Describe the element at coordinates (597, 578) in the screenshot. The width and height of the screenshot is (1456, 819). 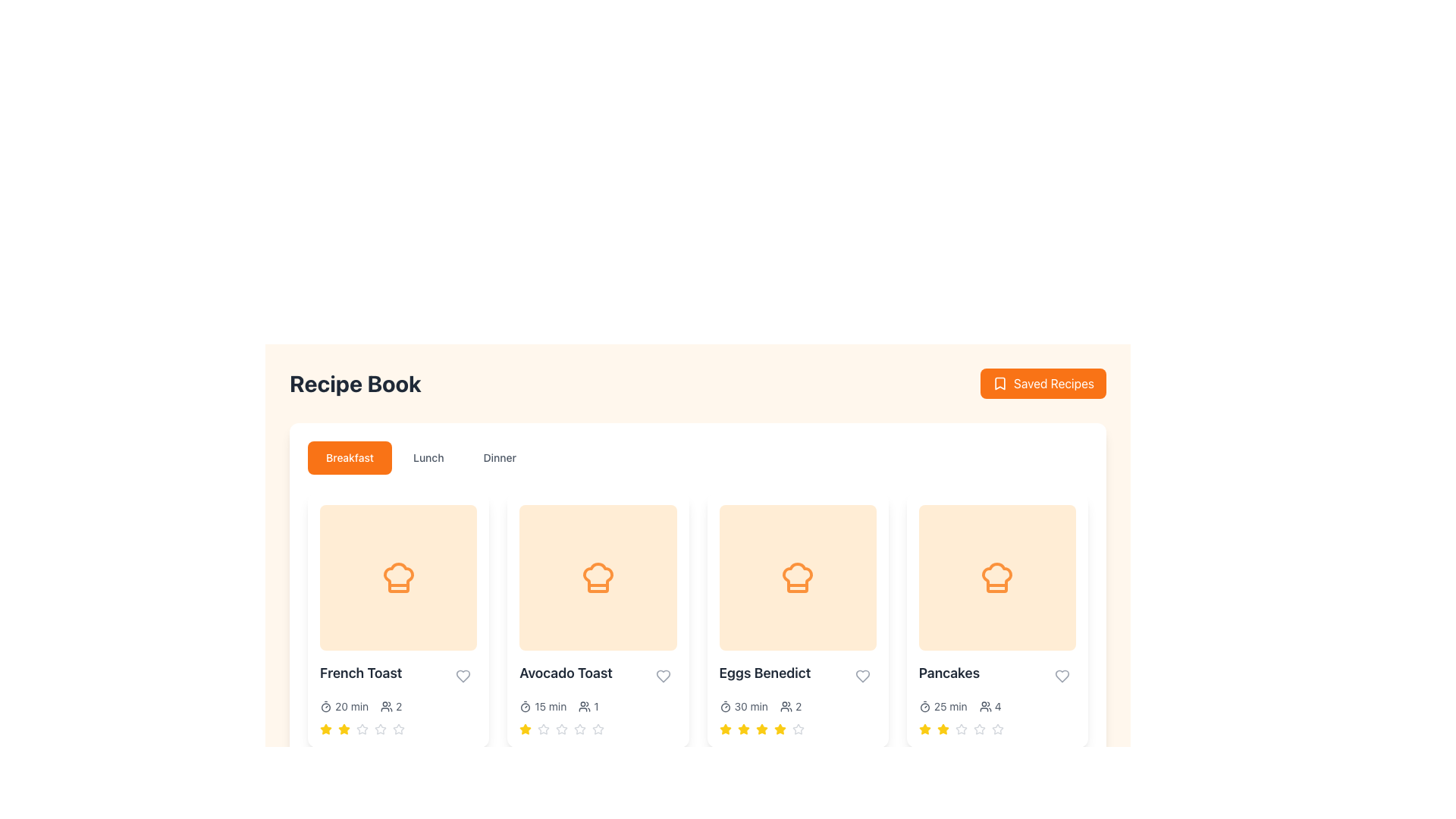
I see `the chef hat icon` at that location.